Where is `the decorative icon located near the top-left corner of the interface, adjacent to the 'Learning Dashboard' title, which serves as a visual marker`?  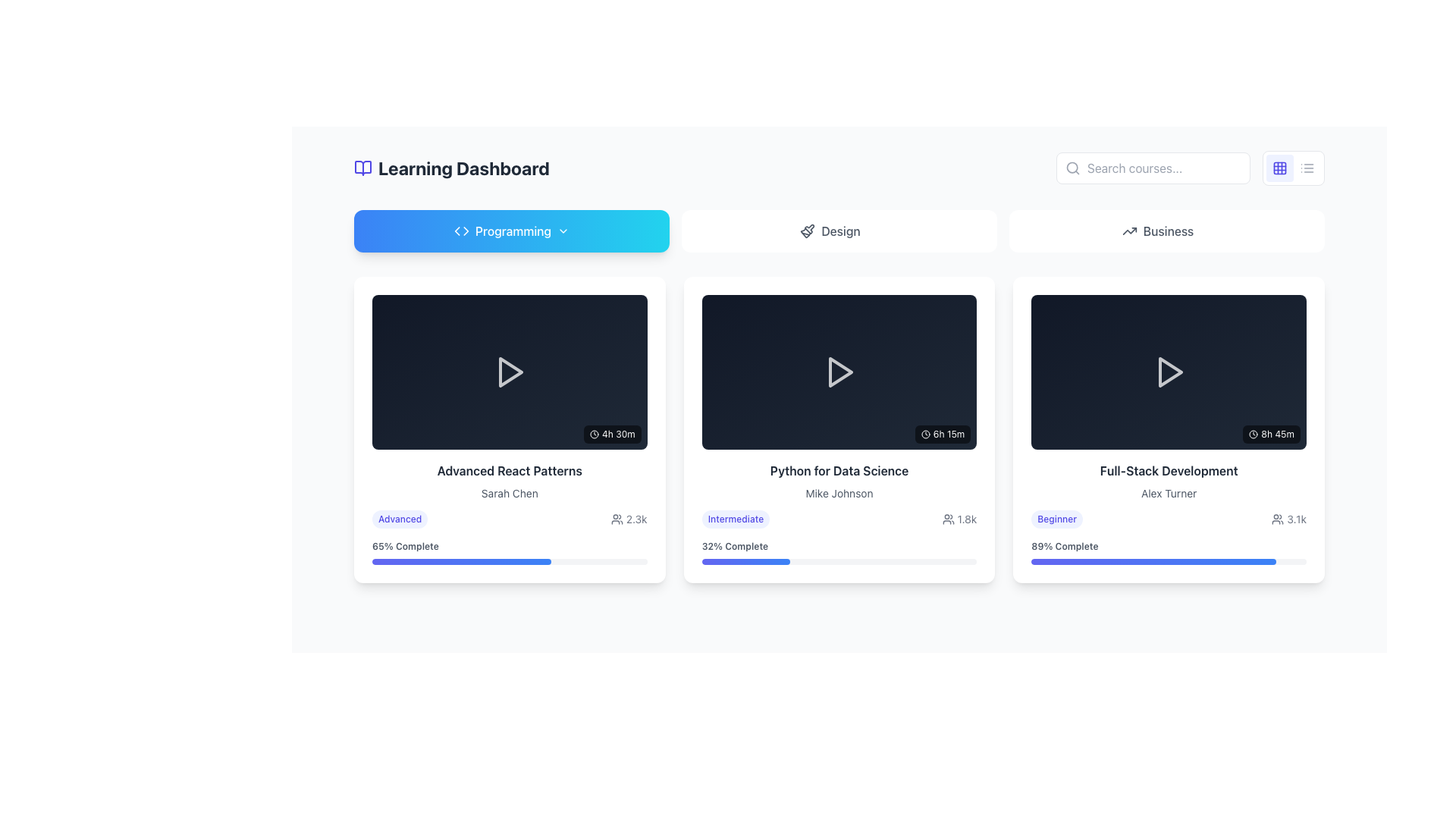 the decorative icon located near the top-left corner of the interface, adjacent to the 'Learning Dashboard' title, which serves as a visual marker is located at coordinates (362, 168).